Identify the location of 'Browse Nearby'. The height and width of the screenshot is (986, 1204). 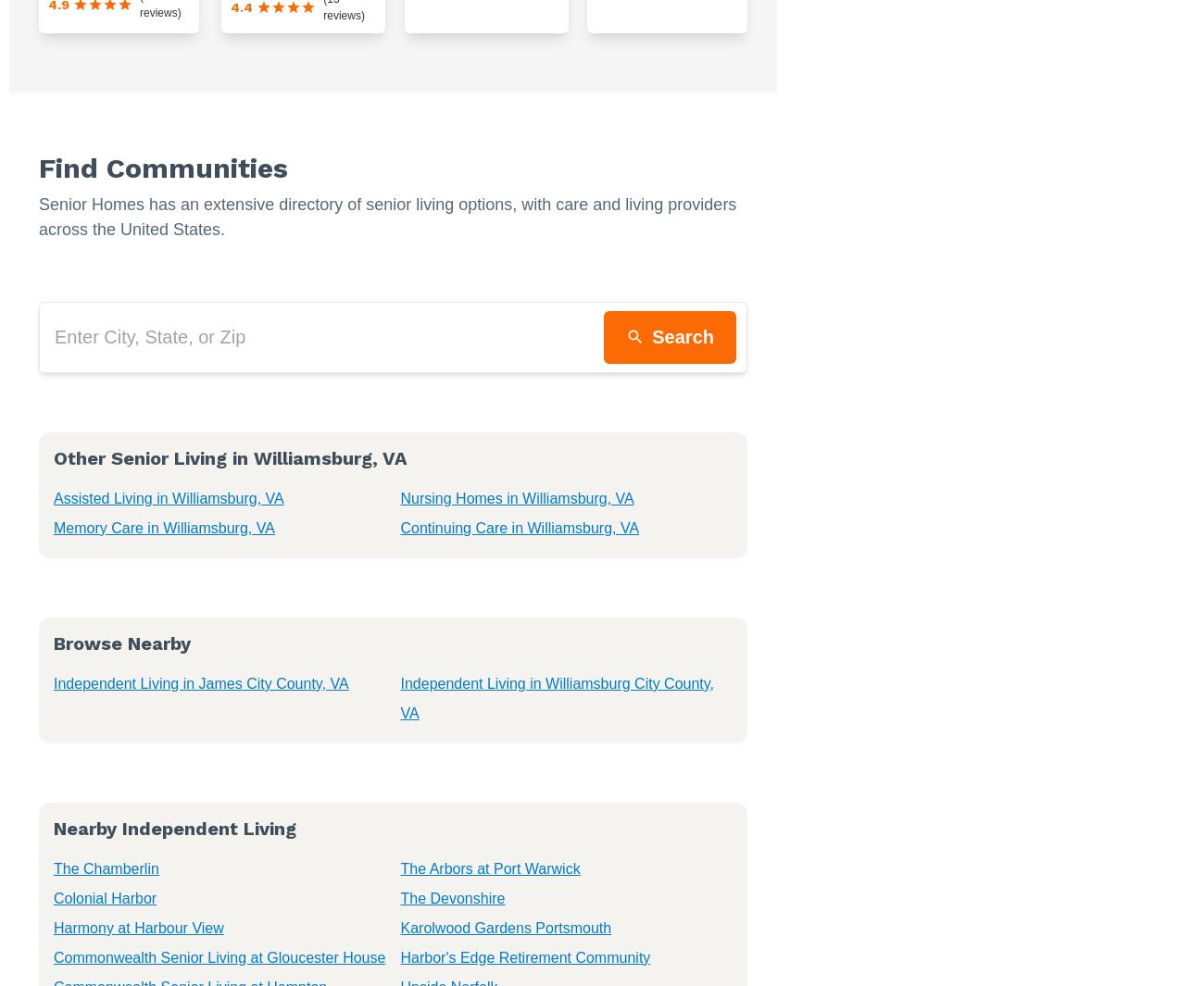
(53, 642).